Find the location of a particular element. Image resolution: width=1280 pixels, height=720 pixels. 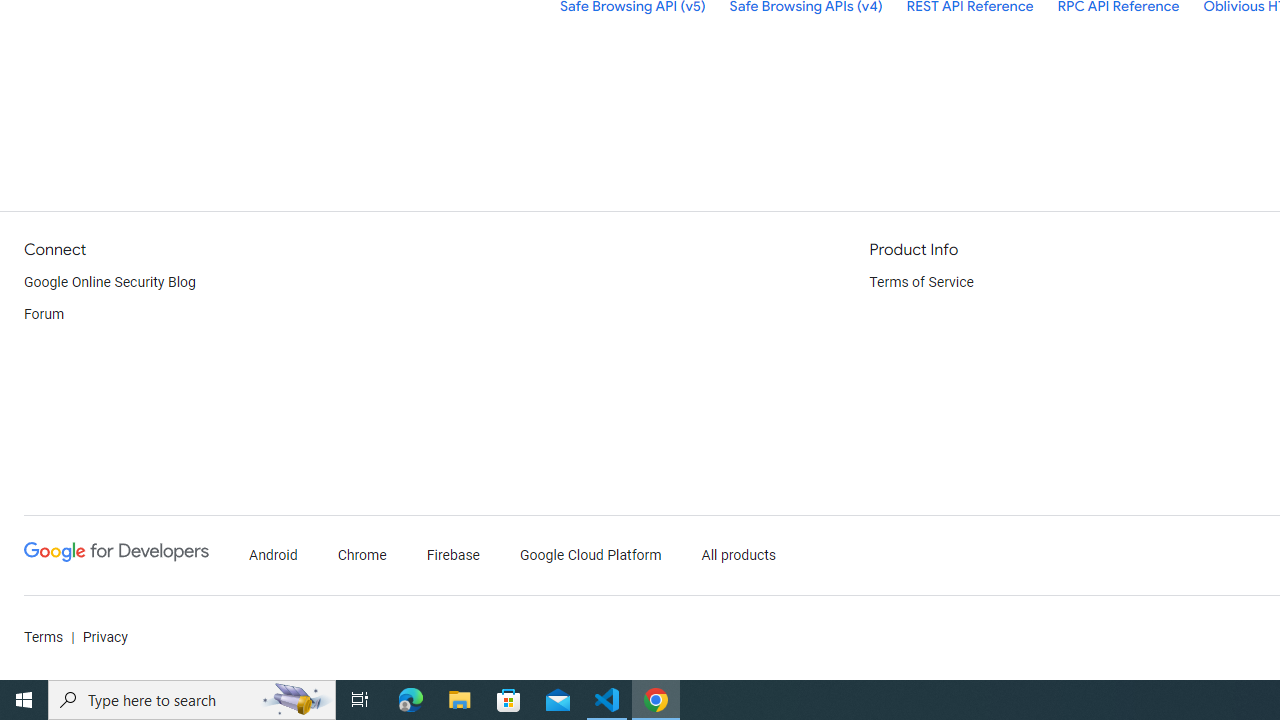

'Android' is located at coordinates (272, 555).